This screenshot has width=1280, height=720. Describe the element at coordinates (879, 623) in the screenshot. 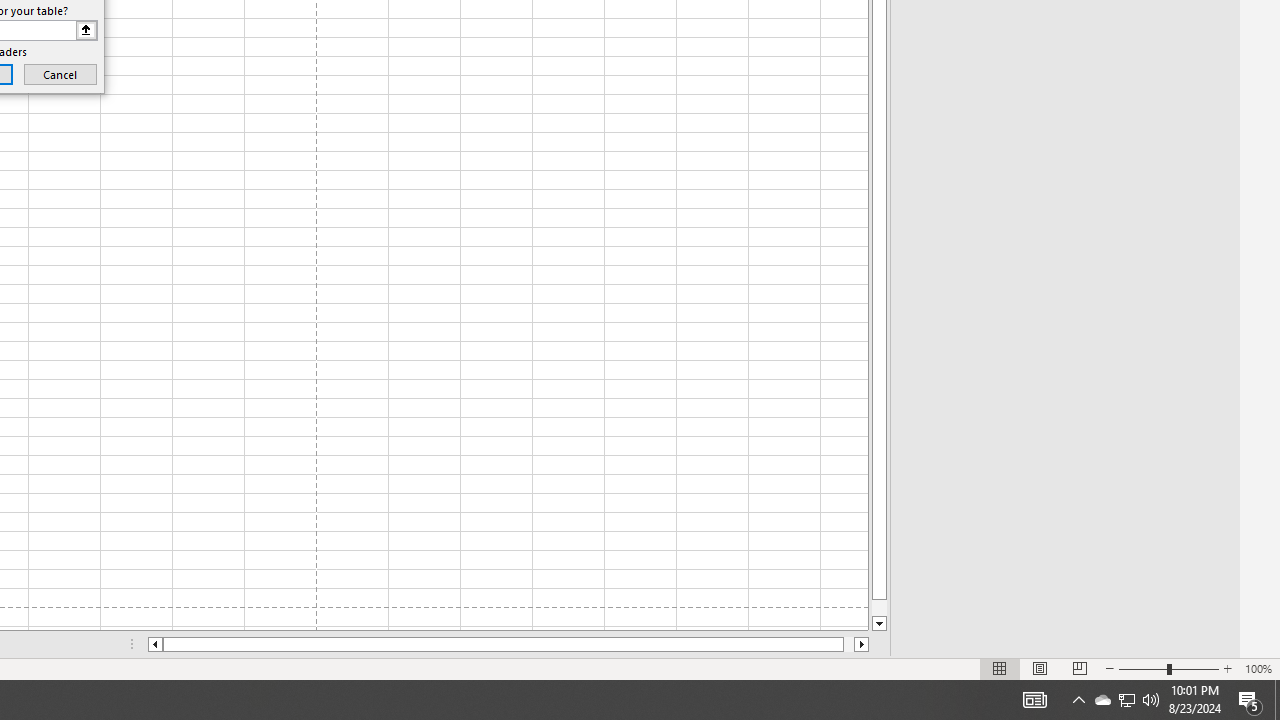

I see `'Line down'` at that location.